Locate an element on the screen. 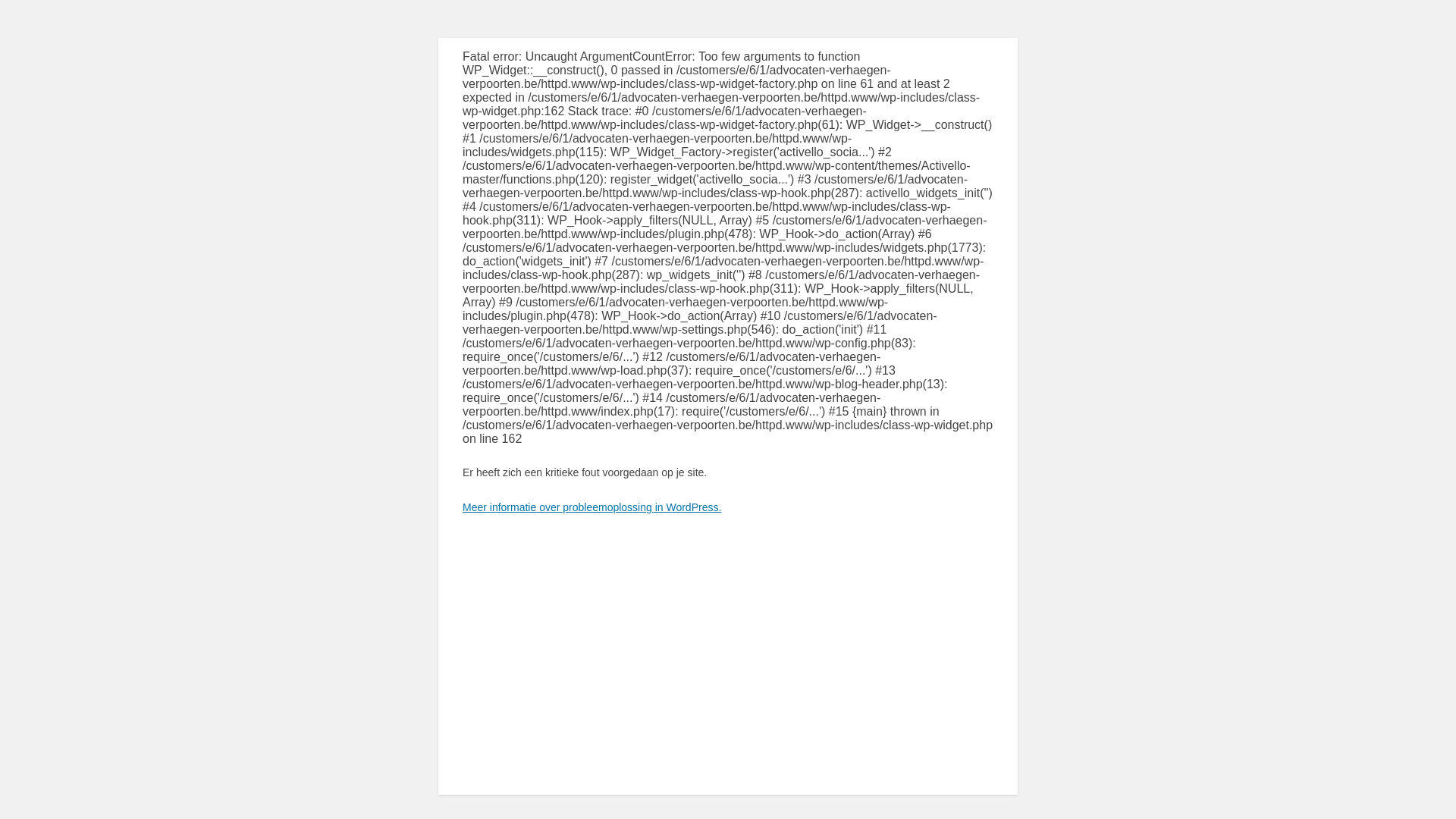 The image size is (1456, 819). 'Meer informatie over probleemoplossing in WordPress.' is located at coordinates (591, 507).